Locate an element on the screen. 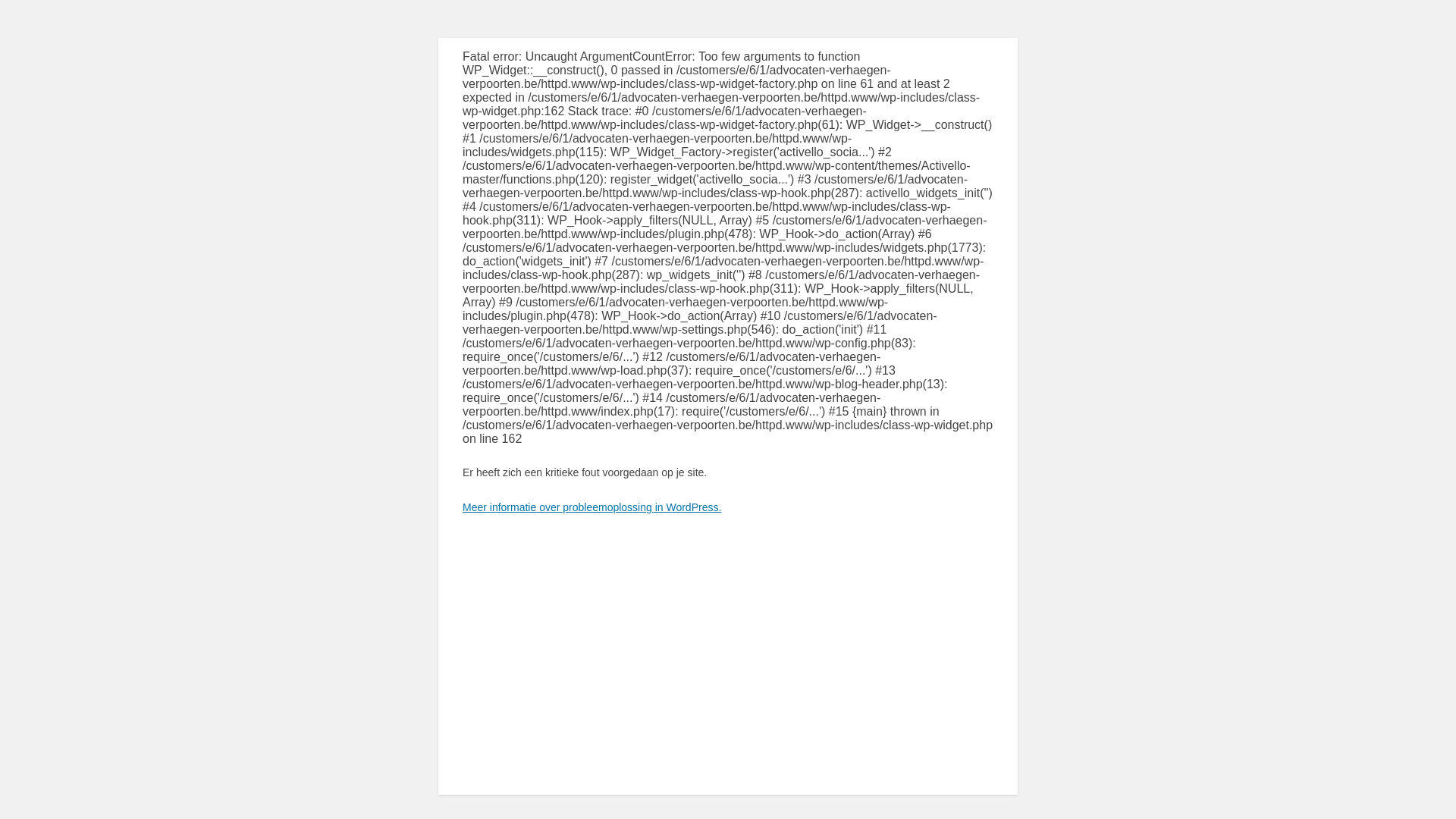 The image size is (1456, 819). 'Meer informatie over probleemoplossing in WordPress.' is located at coordinates (591, 507).